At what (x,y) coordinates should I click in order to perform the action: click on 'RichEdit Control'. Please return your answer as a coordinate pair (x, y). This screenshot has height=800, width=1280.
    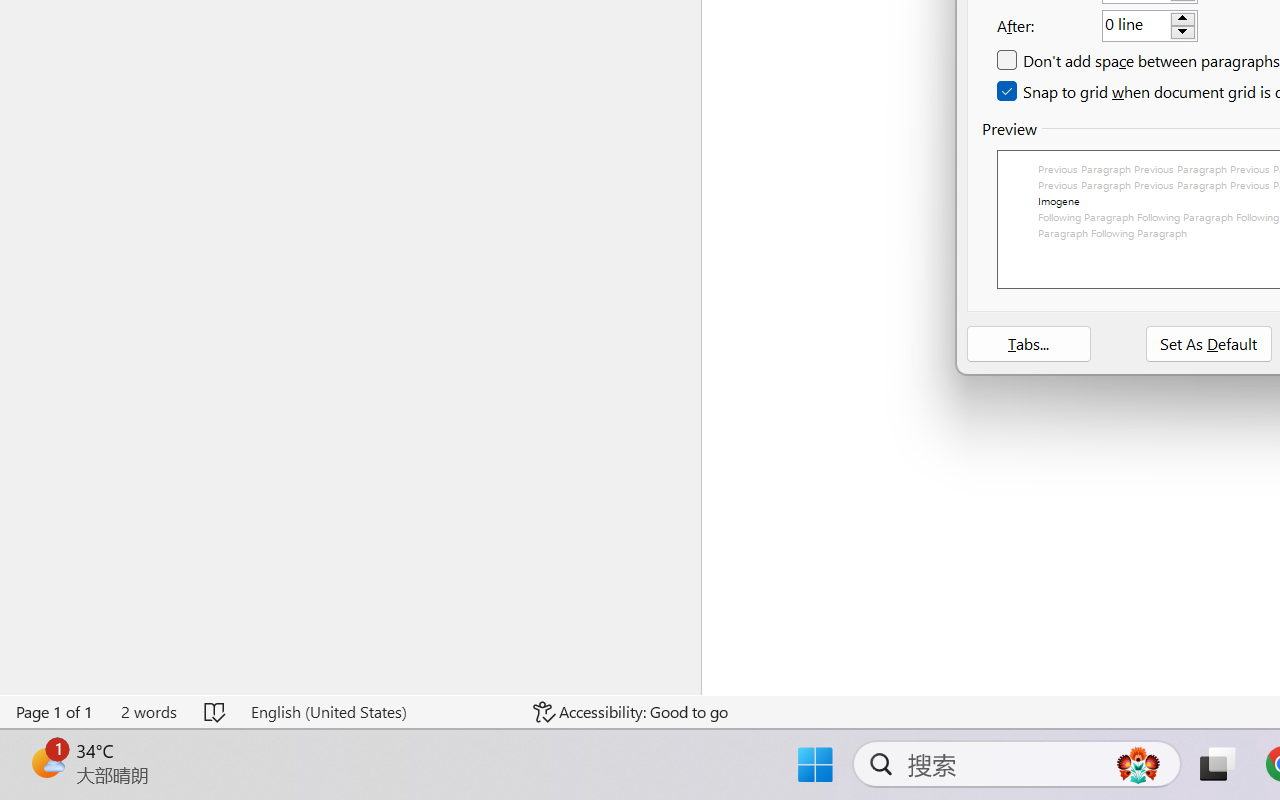
    Looking at the image, I should click on (1136, 26).